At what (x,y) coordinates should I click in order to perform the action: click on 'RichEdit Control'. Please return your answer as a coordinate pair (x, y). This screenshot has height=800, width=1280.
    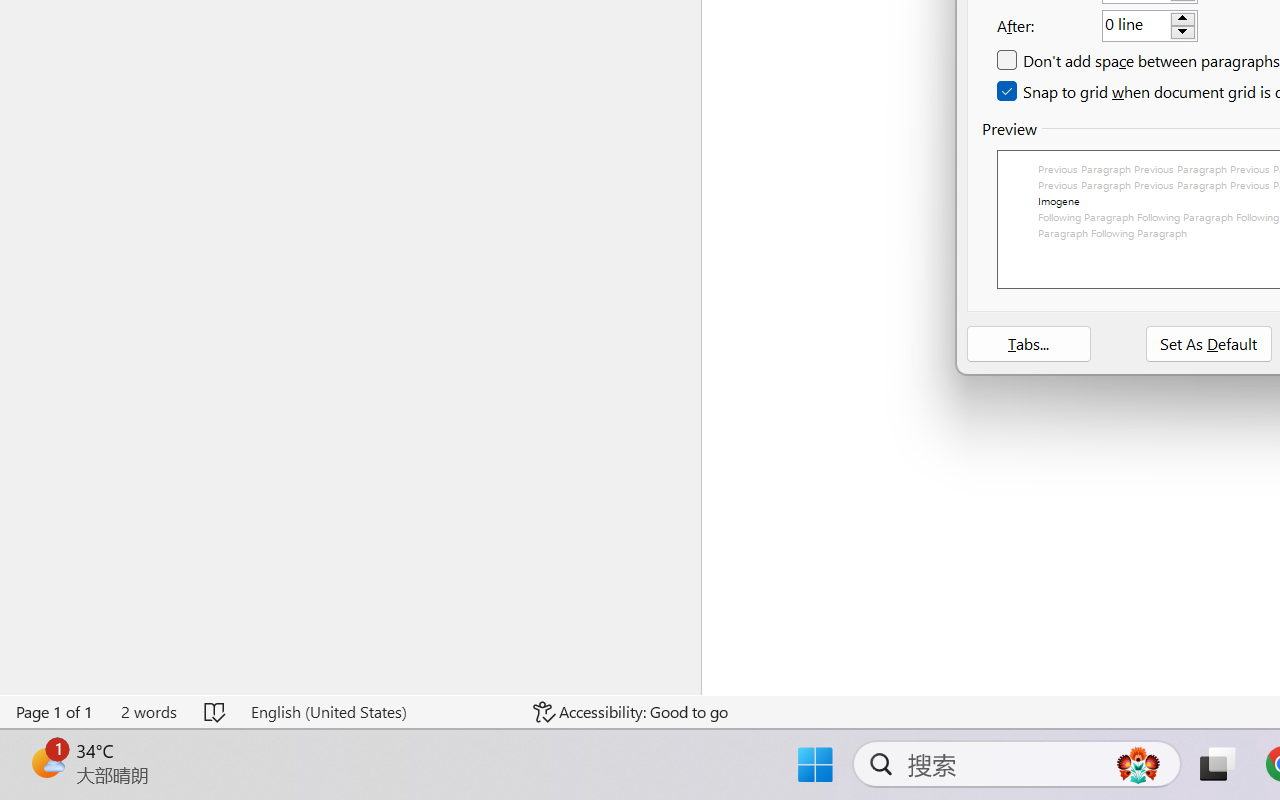
    Looking at the image, I should click on (1136, 26).